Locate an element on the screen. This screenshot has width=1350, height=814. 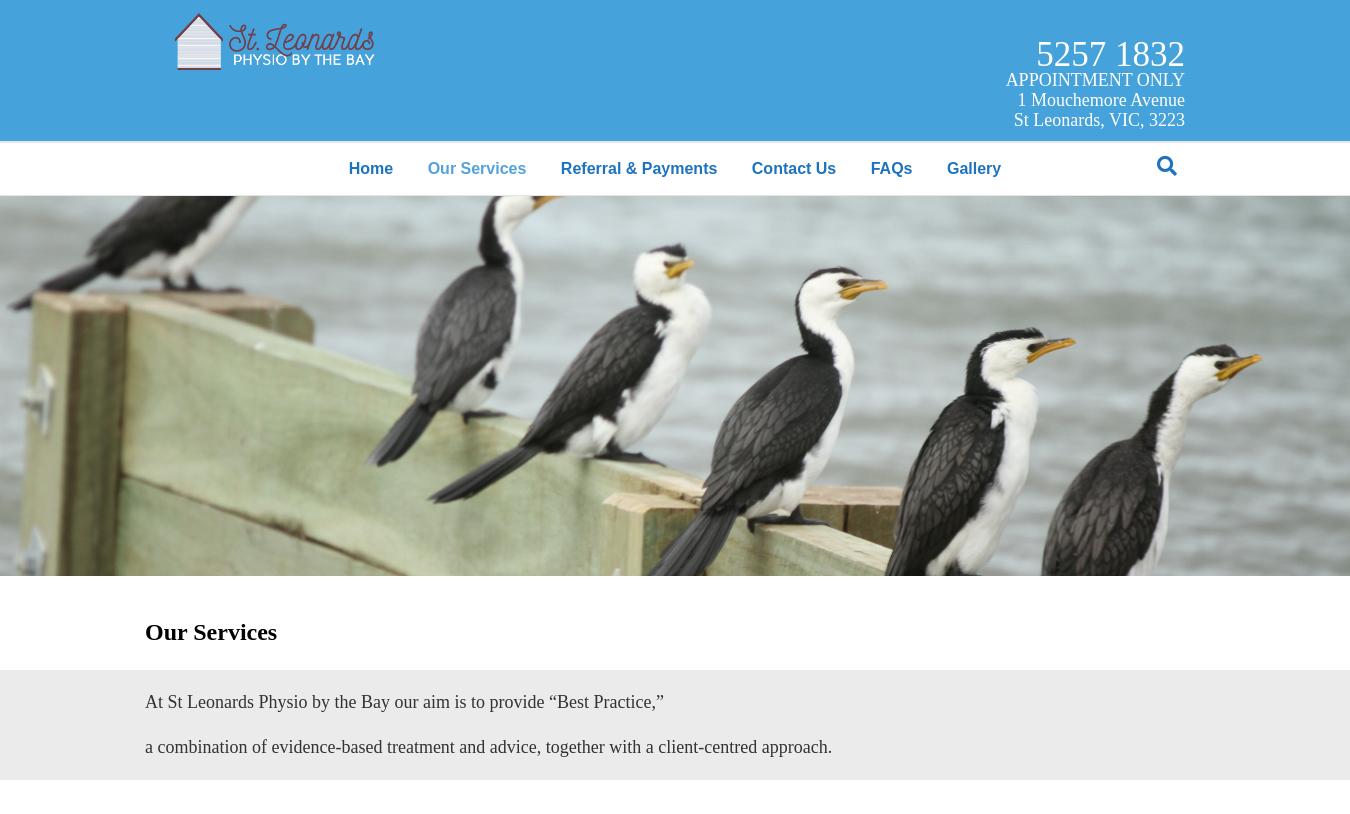
'a combination of evidence-based treatment and advice, together with a client-centred approach.' is located at coordinates (487, 747).